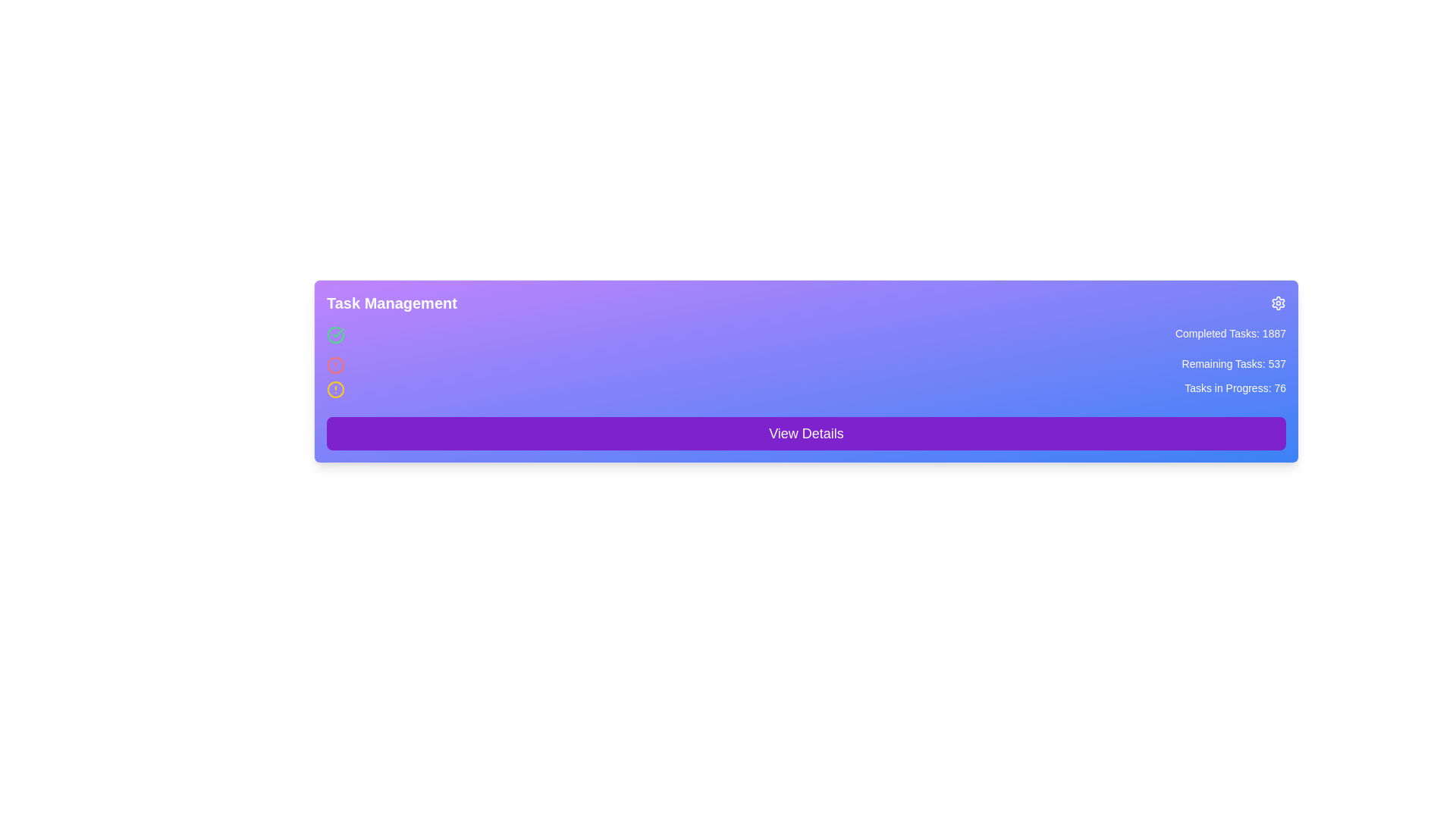 Image resolution: width=1456 pixels, height=819 pixels. Describe the element at coordinates (334, 334) in the screenshot. I see `the Decorative icon (SVG element) that signifies a status or completion state, located in the 'Task Management' section` at that location.